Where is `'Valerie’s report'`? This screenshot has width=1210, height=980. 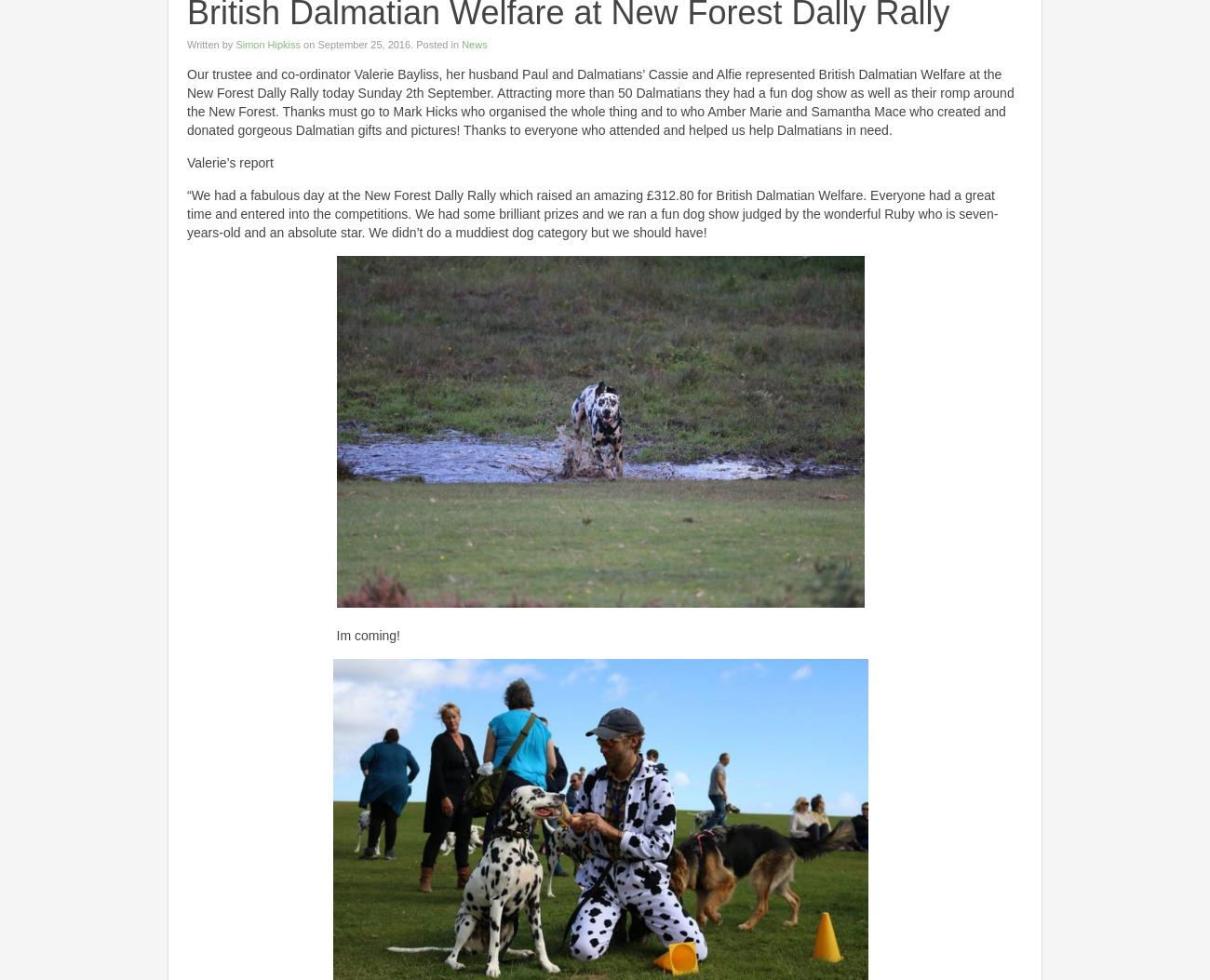 'Valerie’s report' is located at coordinates (229, 162).